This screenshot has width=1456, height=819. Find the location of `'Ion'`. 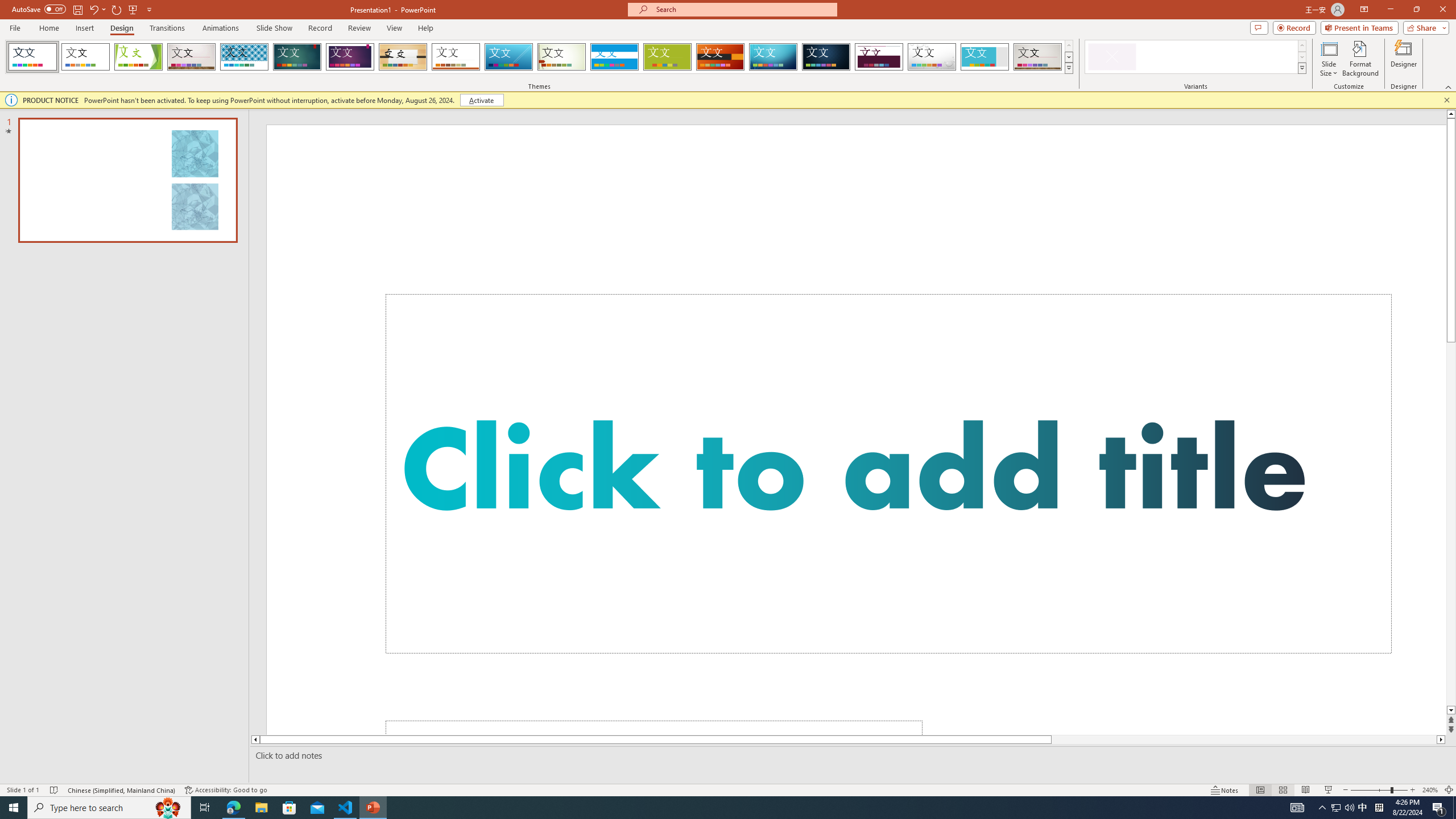

'Ion' is located at coordinates (296, 56).